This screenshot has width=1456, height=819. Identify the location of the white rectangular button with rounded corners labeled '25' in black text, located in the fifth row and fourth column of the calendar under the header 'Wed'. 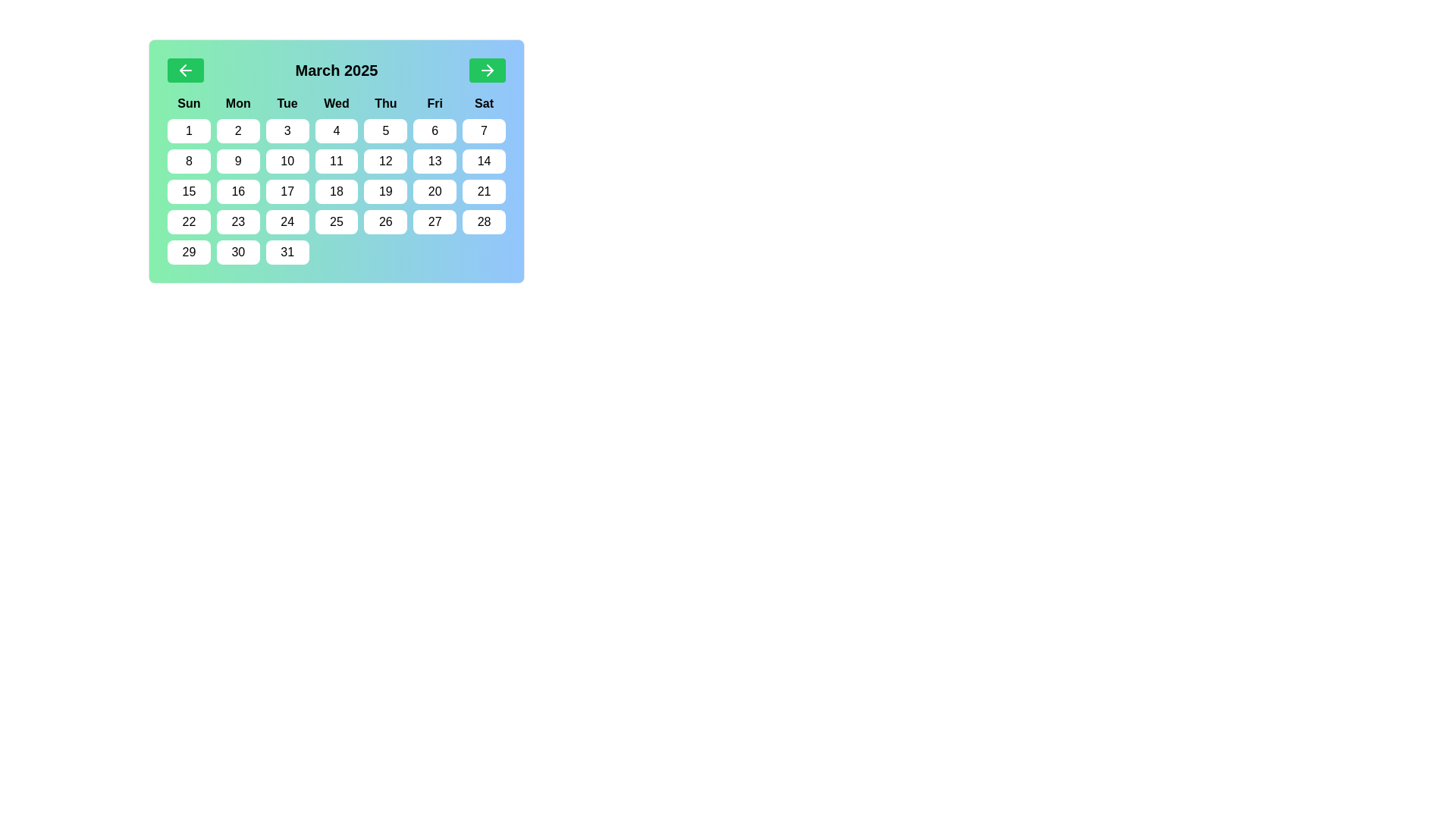
(335, 222).